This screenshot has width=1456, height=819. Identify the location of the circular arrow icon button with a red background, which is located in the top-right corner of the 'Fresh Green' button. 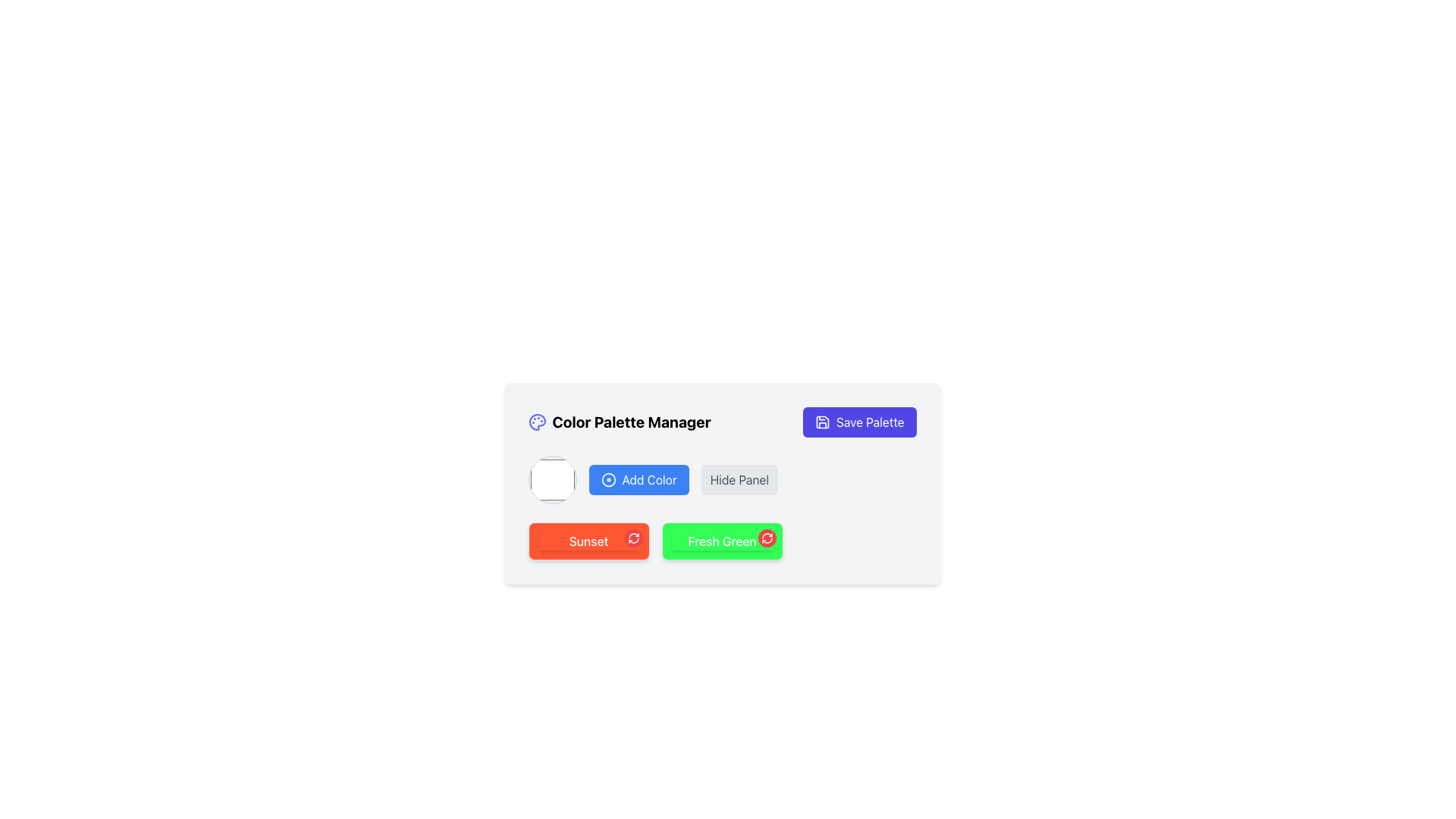
(633, 537).